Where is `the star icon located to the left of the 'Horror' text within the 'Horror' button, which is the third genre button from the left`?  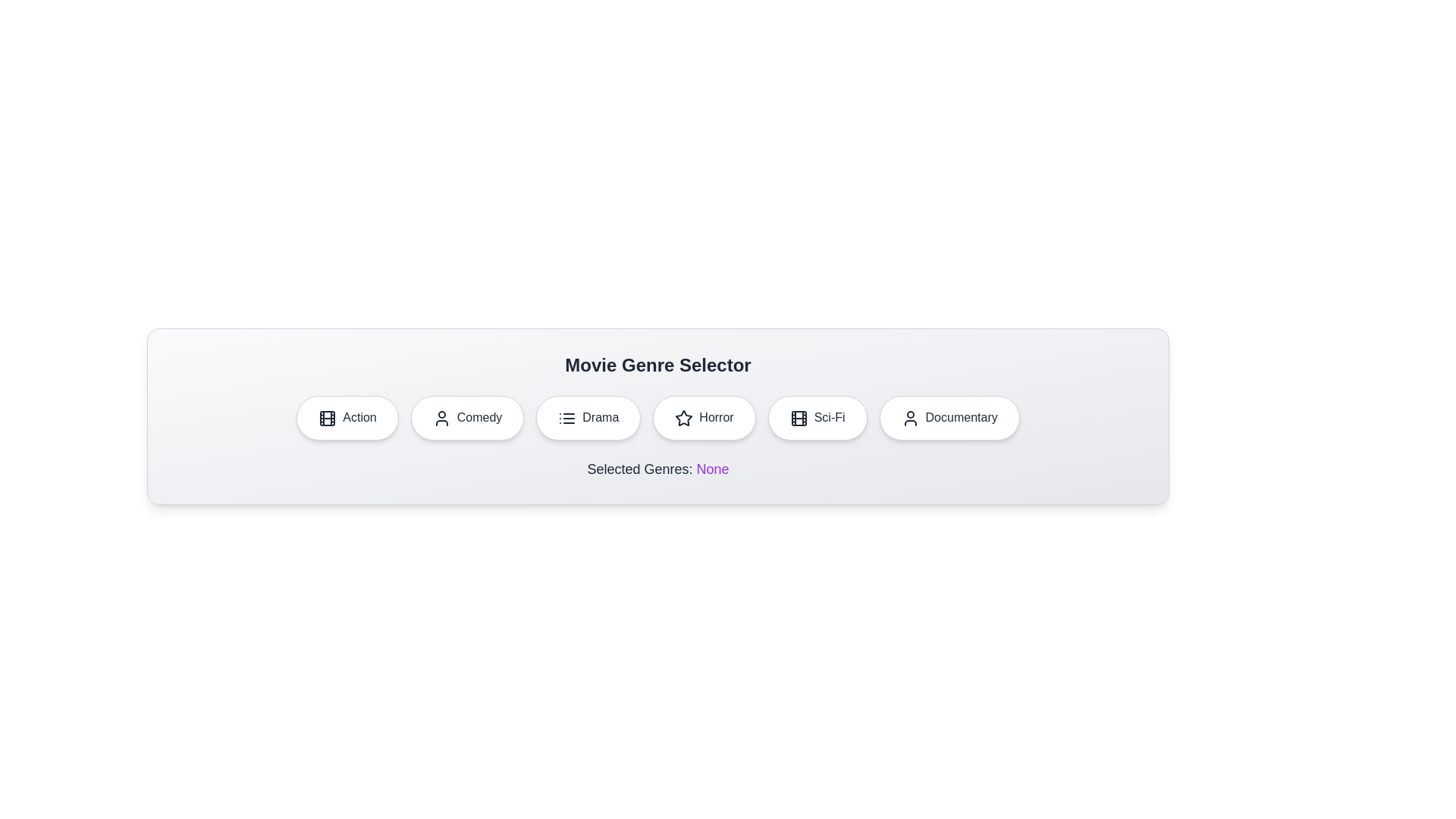
the star icon located to the left of the 'Horror' text within the 'Horror' button, which is the third genre button from the left is located at coordinates (683, 418).